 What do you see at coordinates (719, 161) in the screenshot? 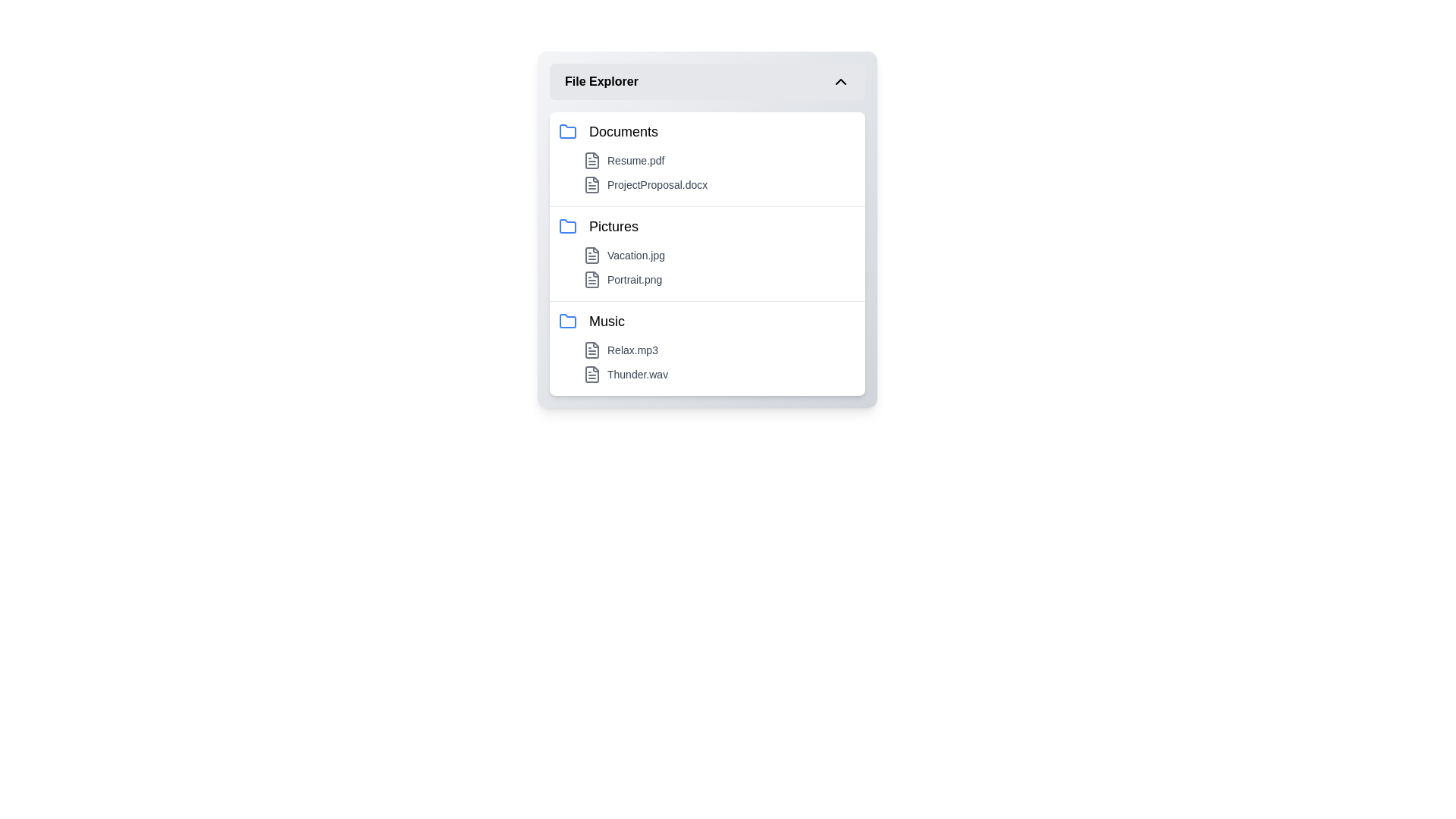
I see `the file named Resume.pdf to select it` at bounding box center [719, 161].